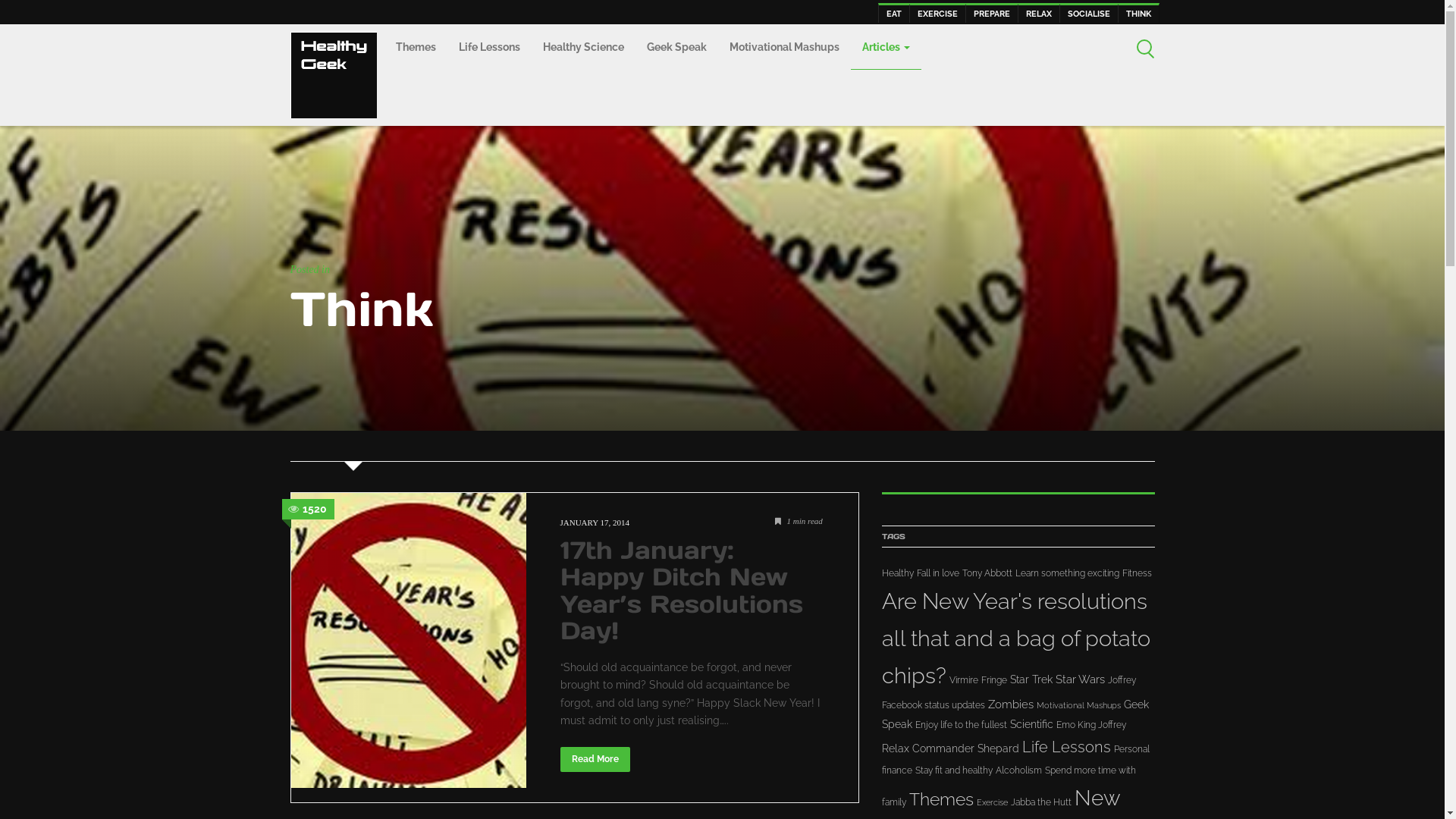 The height and width of the screenshot is (819, 1456). Describe the element at coordinates (1121, 679) in the screenshot. I see `'Joffrey'` at that location.